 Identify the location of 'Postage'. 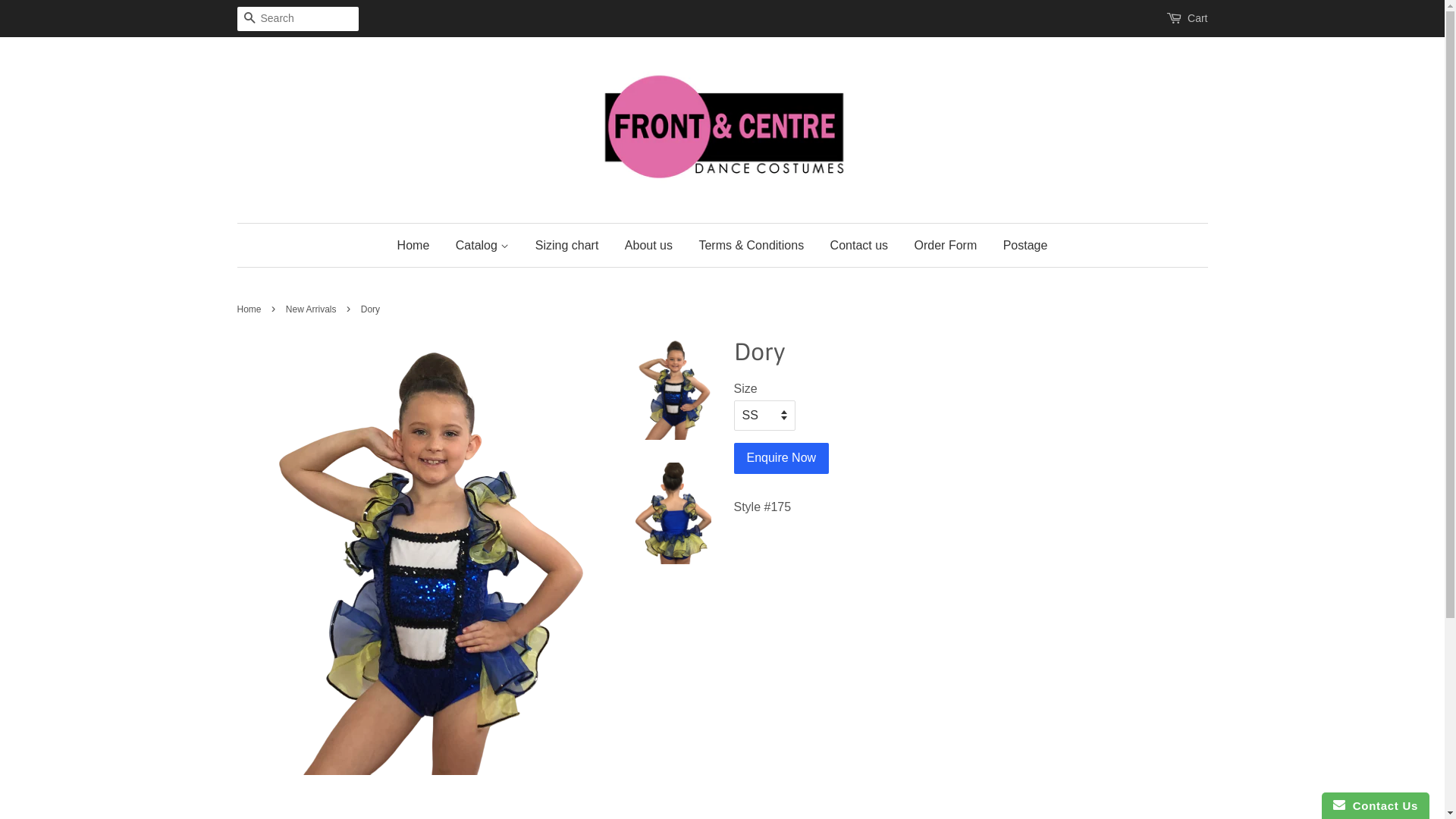
(1019, 244).